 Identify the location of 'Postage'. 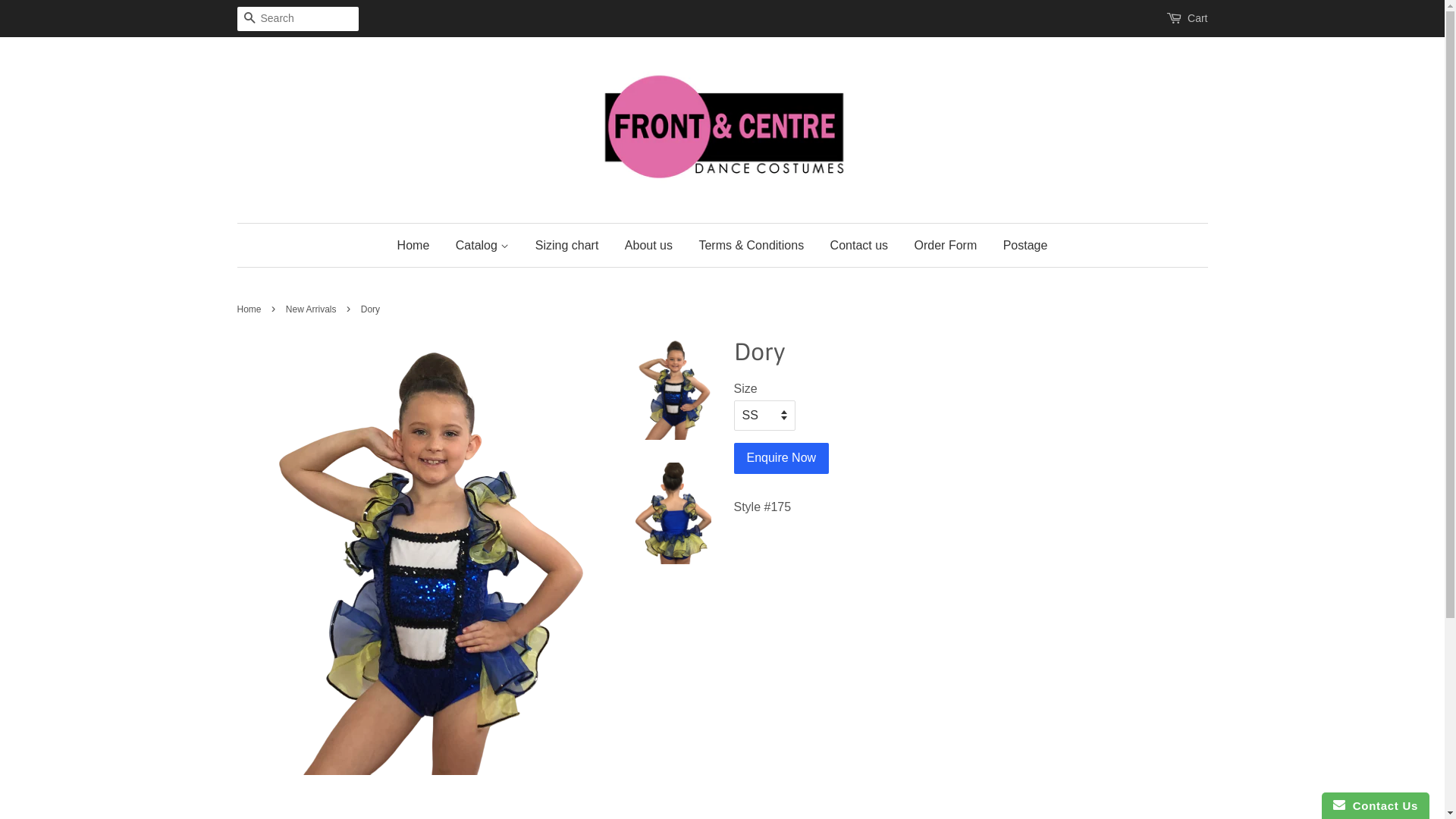
(1019, 244).